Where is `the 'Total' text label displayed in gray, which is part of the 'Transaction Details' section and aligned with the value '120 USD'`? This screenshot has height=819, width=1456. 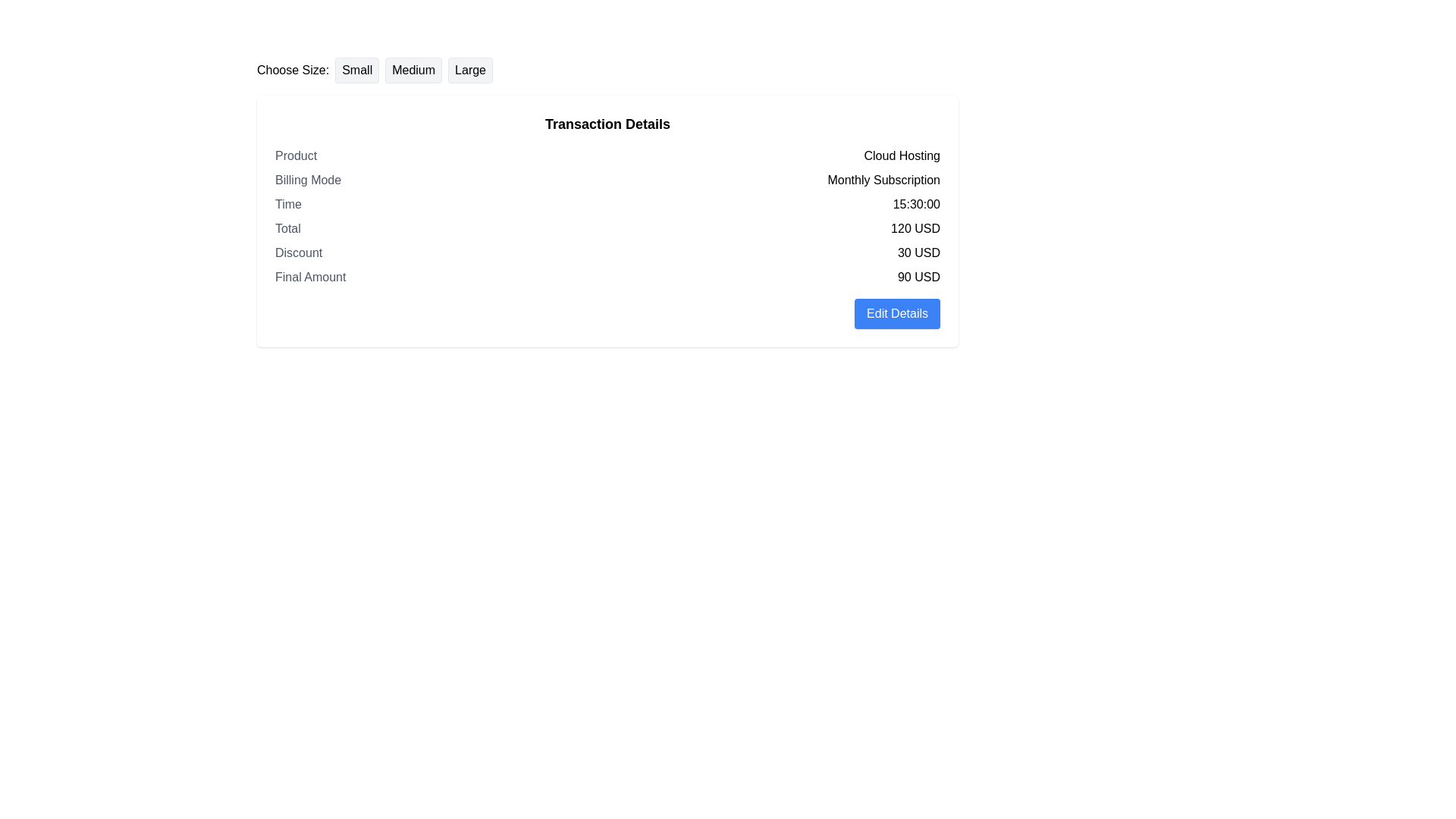
the 'Total' text label displayed in gray, which is part of the 'Transaction Details' section and aligned with the value '120 USD' is located at coordinates (287, 228).